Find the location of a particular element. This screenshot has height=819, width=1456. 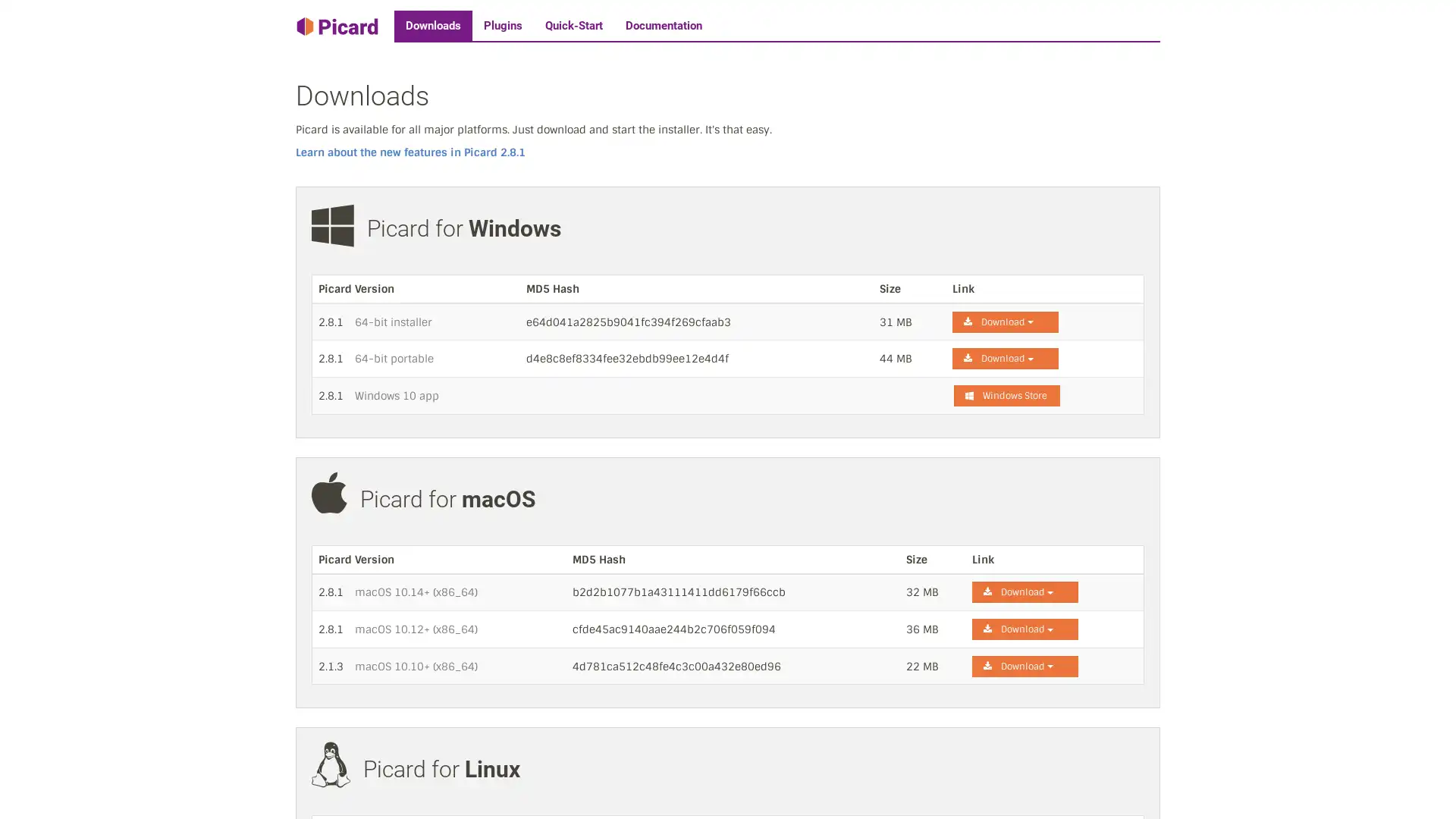

Download is located at coordinates (1004, 359).